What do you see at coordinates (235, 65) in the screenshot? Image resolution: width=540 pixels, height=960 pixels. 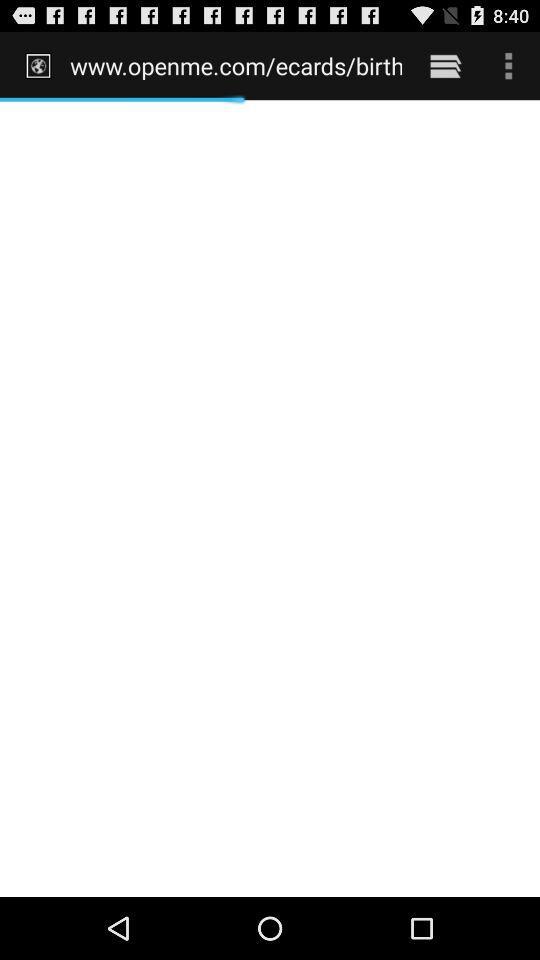 I see `www openme com` at bounding box center [235, 65].